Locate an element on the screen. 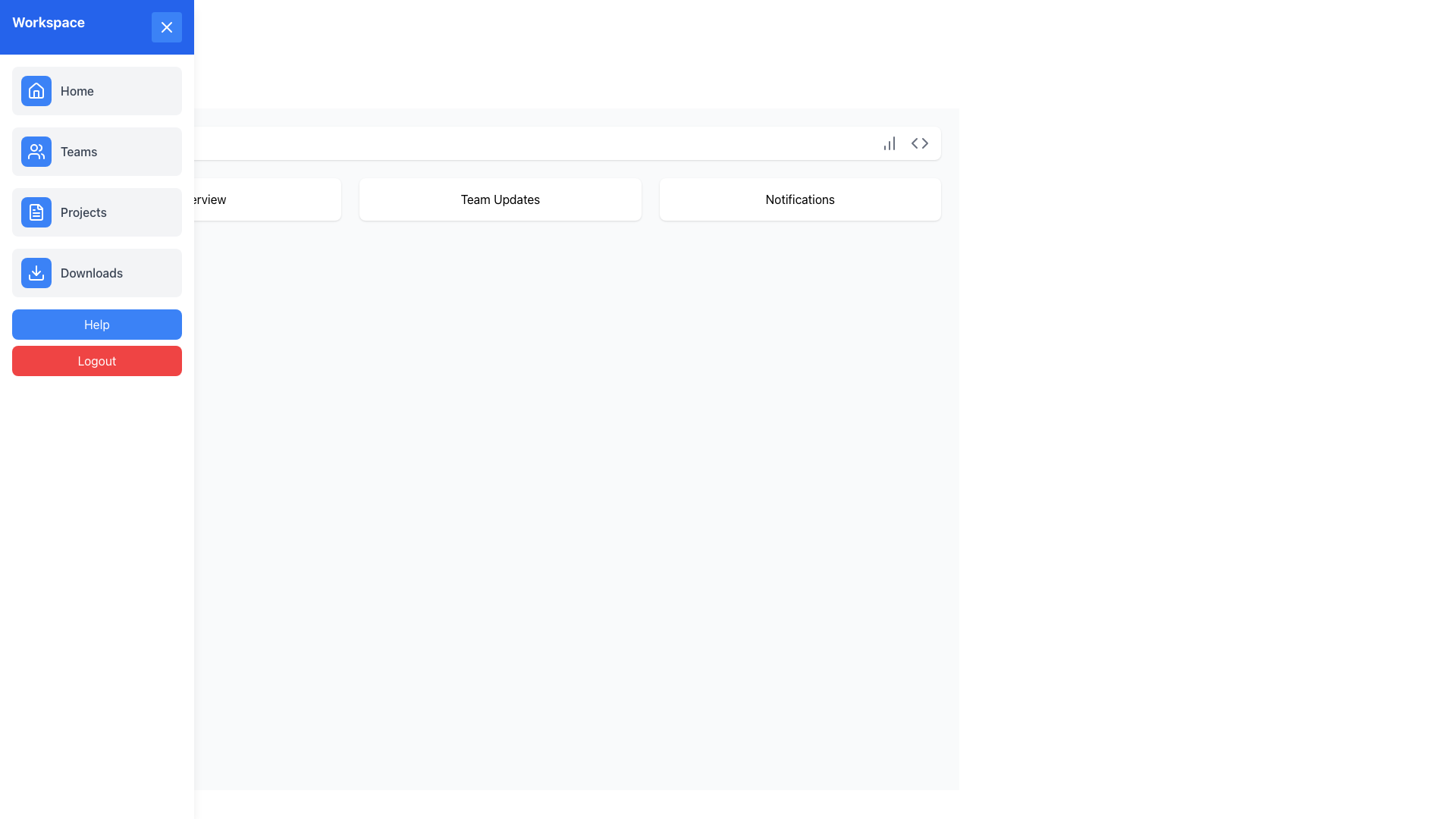 The image size is (1456, 819). the Close Icon Button, which is an 'X' symbol on a blue circular background located at the top-right corner of the navigation sidebar, next to the 'Workspace' header is located at coordinates (167, 27).